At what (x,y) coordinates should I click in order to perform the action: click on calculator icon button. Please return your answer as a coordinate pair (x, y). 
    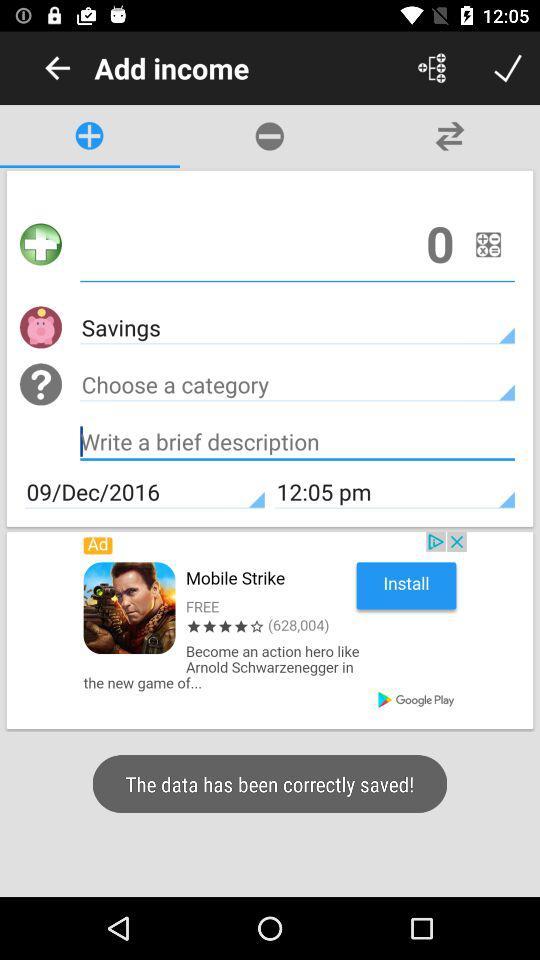
    Looking at the image, I should click on (487, 243).